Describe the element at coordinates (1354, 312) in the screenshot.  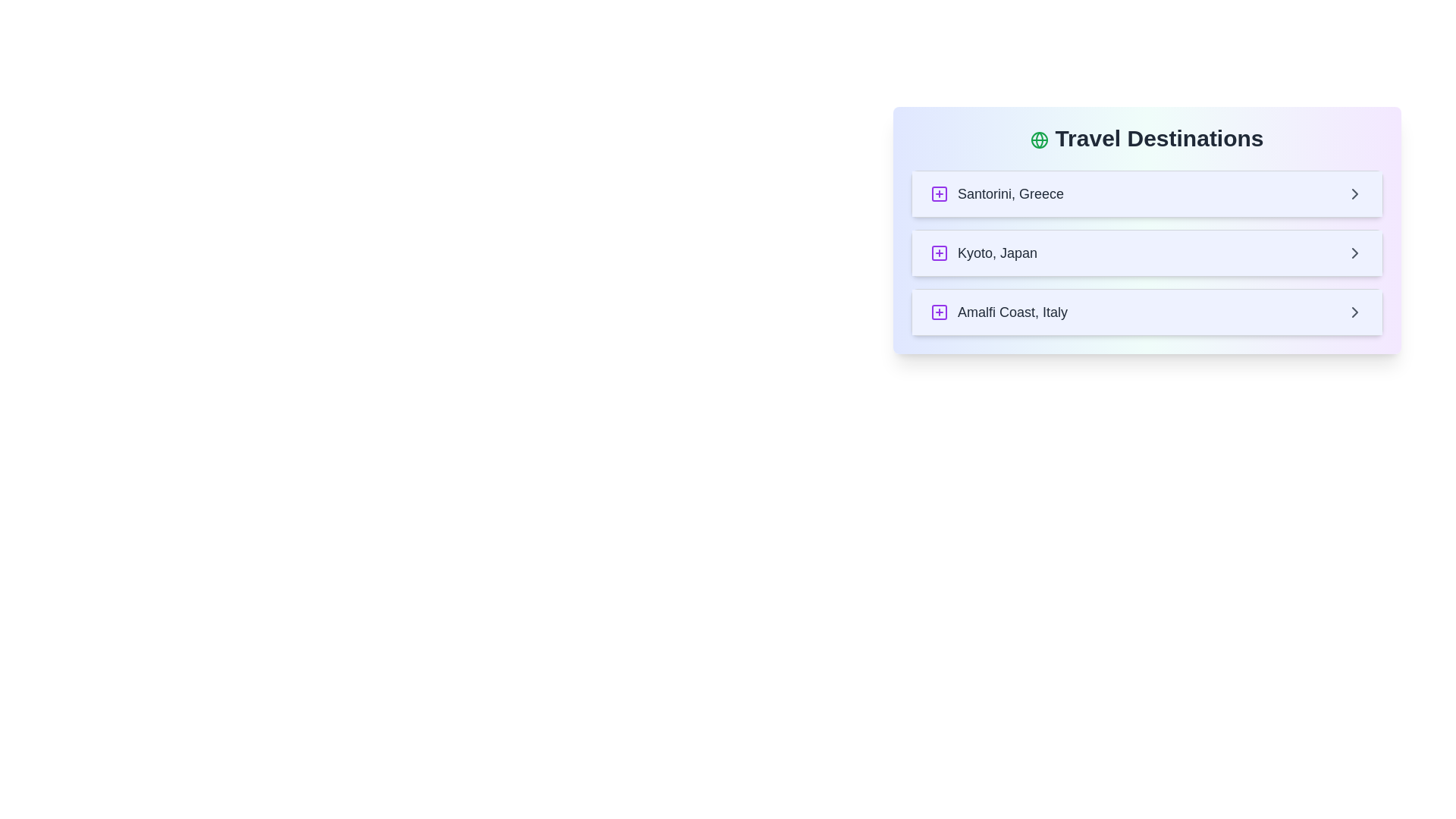
I see `the Chevron Icon for Navigation located on the right side of the clickable list item for 'Amalfi Coast, Italy'` at that location.